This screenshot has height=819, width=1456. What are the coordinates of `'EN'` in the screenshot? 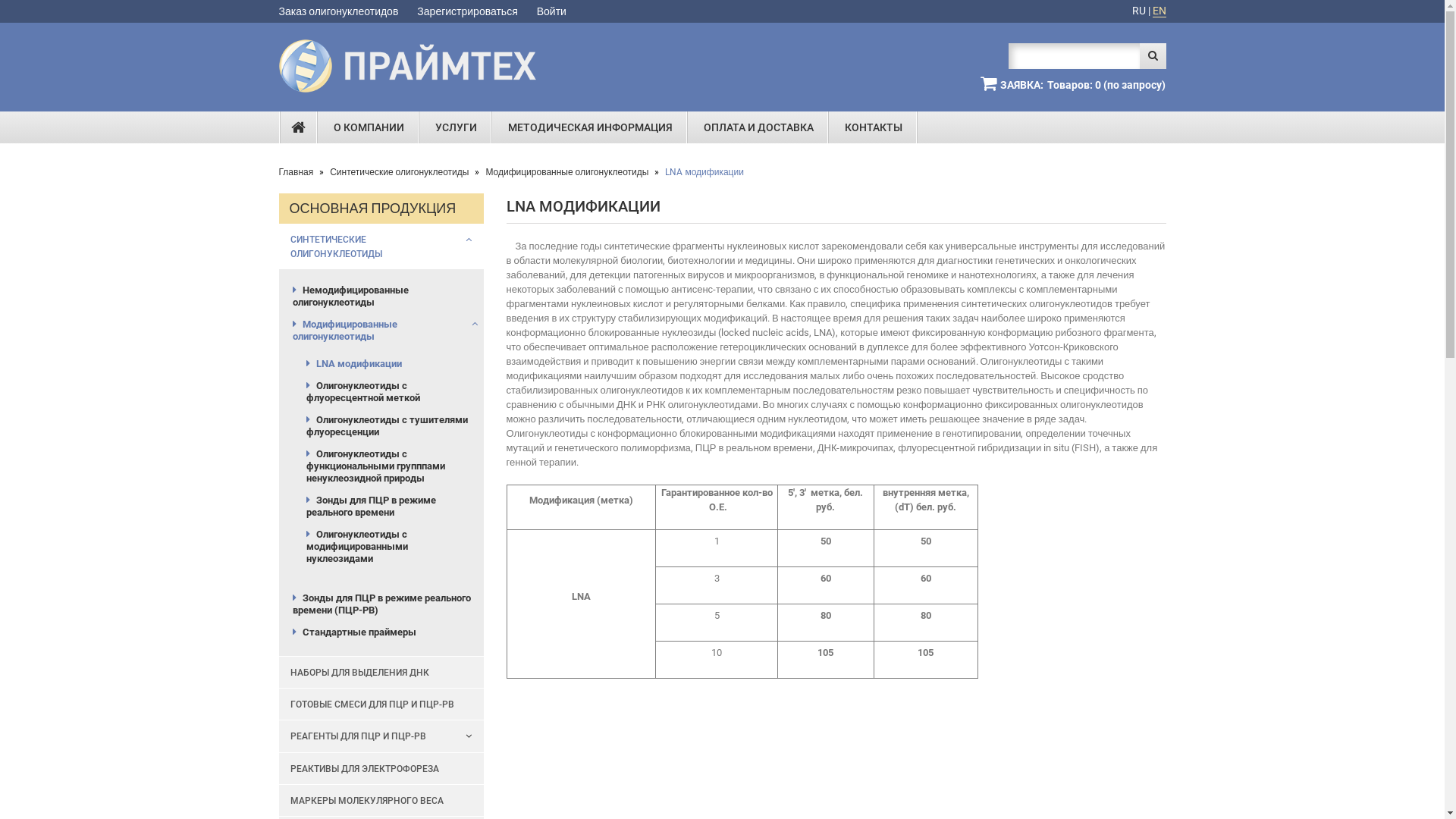 It's located at (1159, 11).